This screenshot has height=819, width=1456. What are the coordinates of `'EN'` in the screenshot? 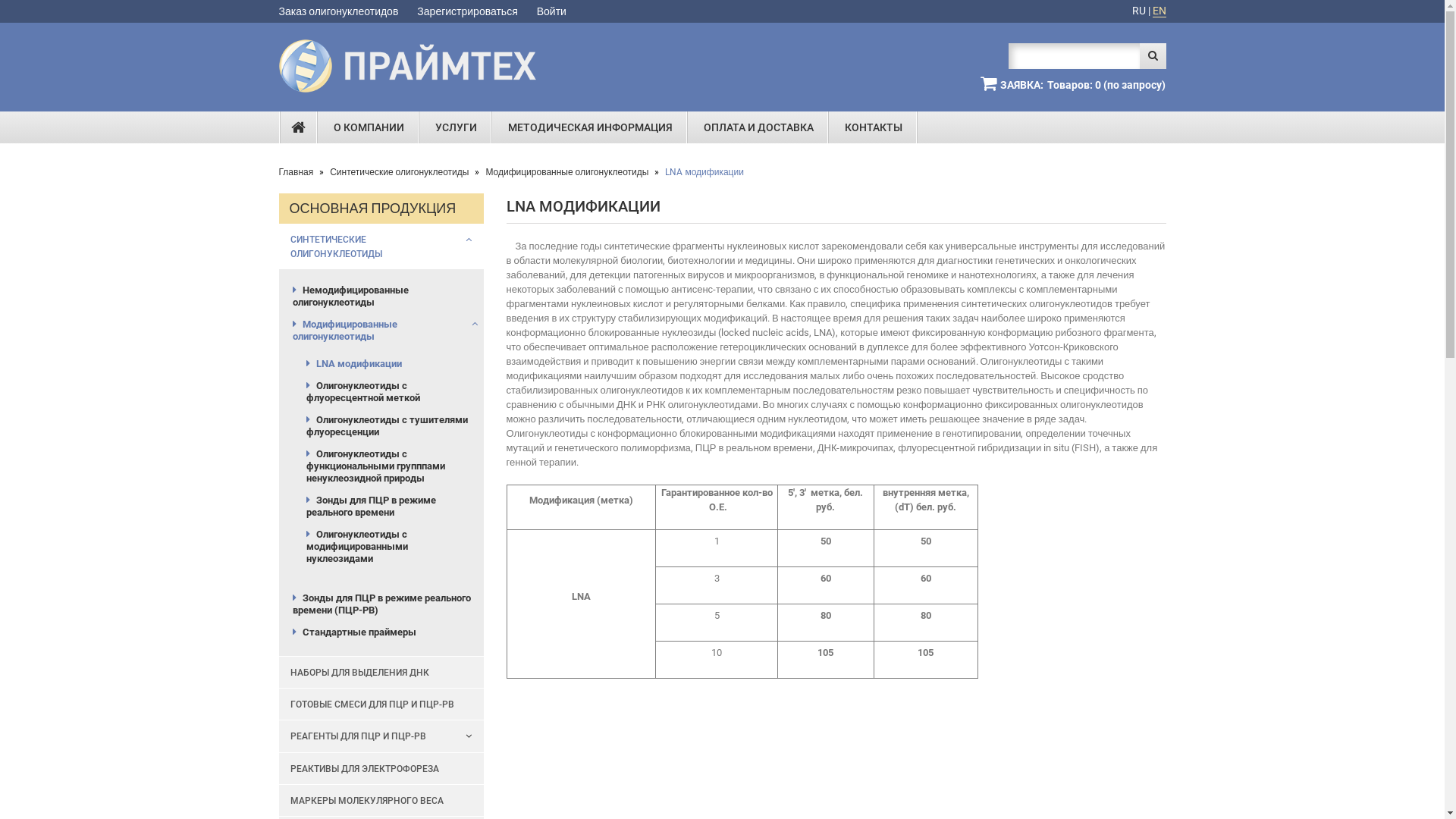 It's located at (1159, 11).